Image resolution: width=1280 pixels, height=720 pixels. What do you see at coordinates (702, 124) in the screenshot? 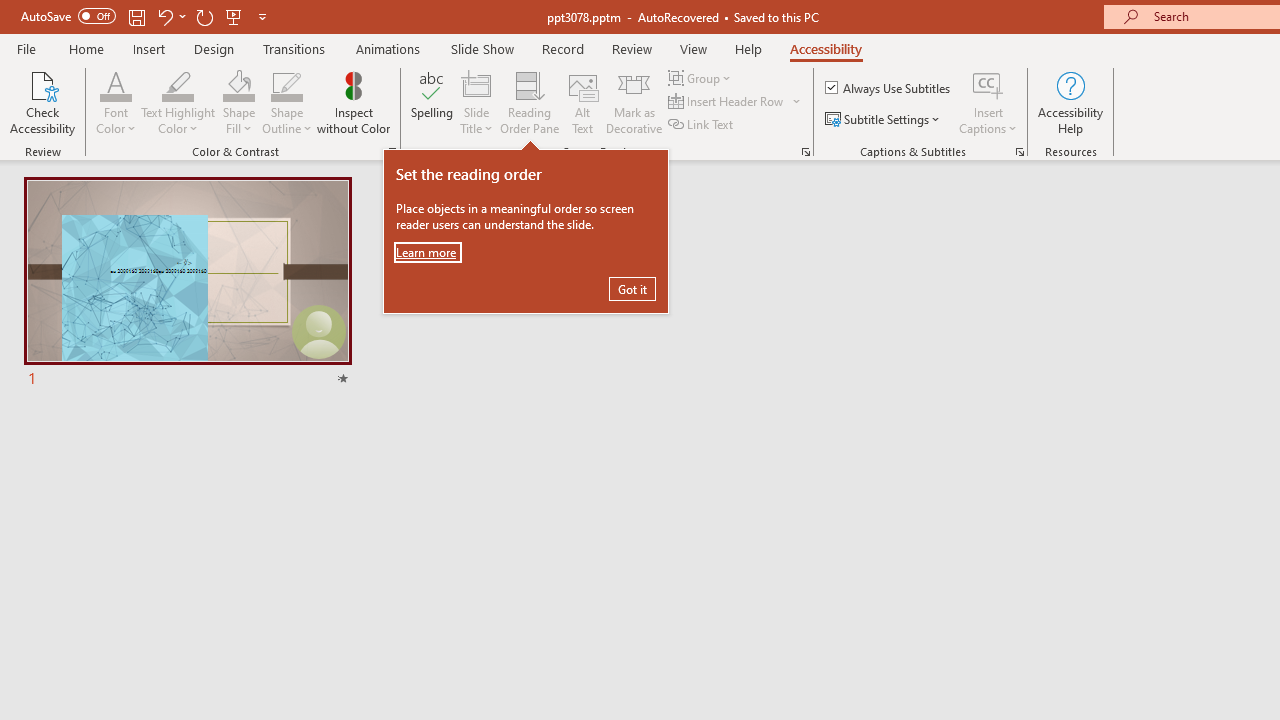
I see `'Link Text'` at bounding box center [702, 124].